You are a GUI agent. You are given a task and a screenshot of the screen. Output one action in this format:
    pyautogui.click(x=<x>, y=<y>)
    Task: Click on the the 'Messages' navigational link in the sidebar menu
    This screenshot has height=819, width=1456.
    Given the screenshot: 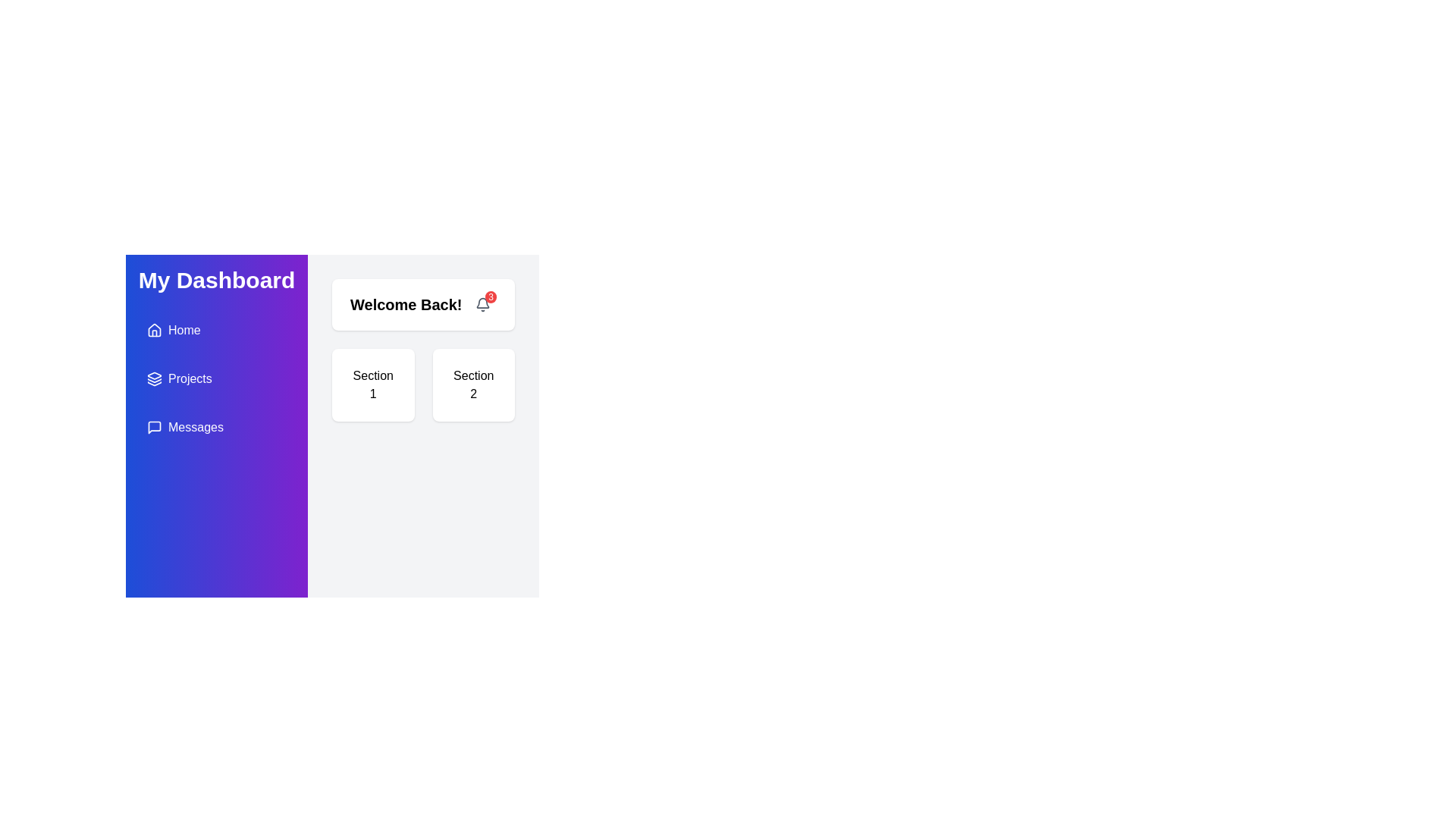 What is the action you would take?
    pyautogui.click(x=216, y=427)
    